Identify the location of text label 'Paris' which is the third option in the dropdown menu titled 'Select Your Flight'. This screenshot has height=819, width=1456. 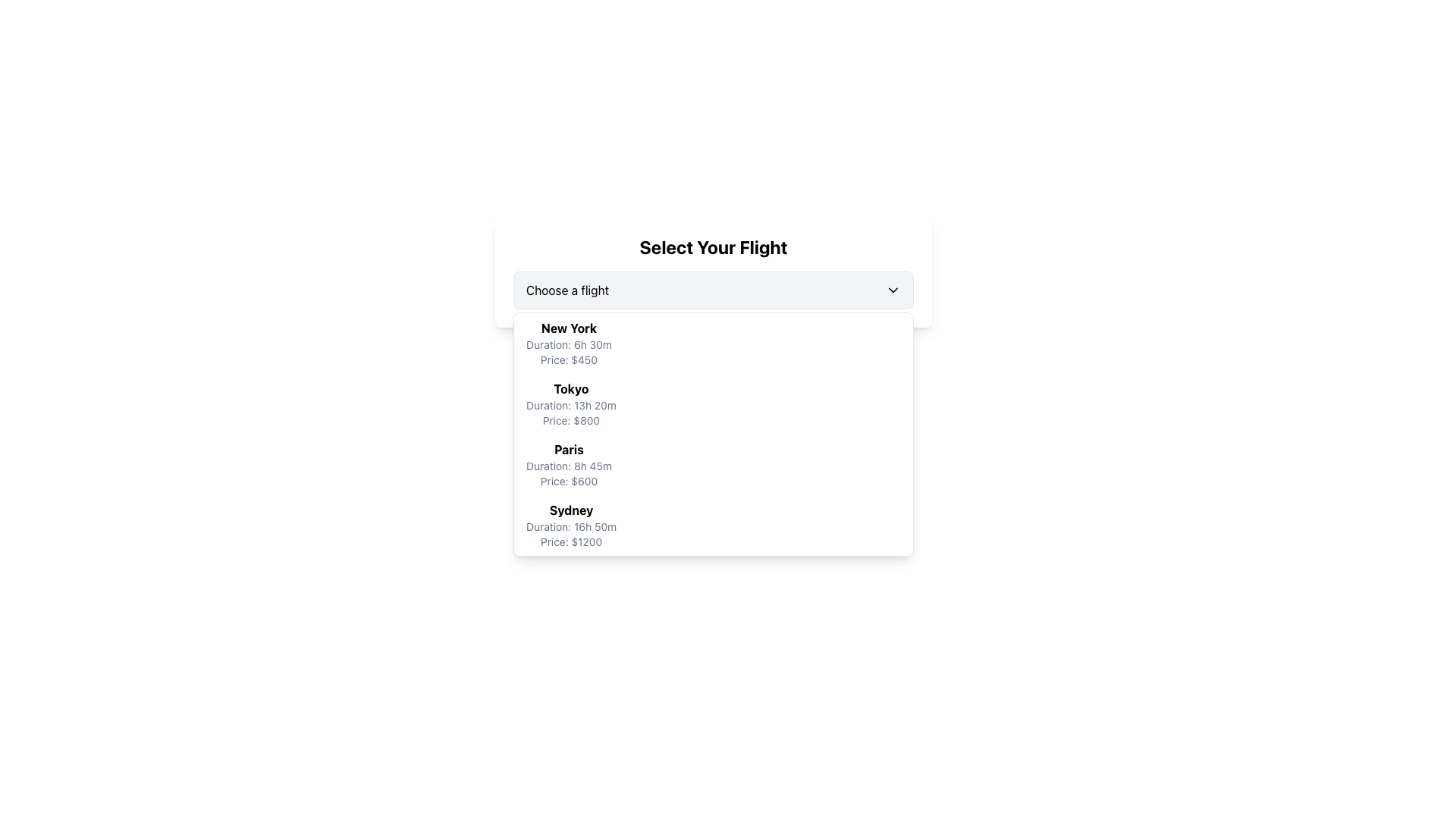
(568, 449).